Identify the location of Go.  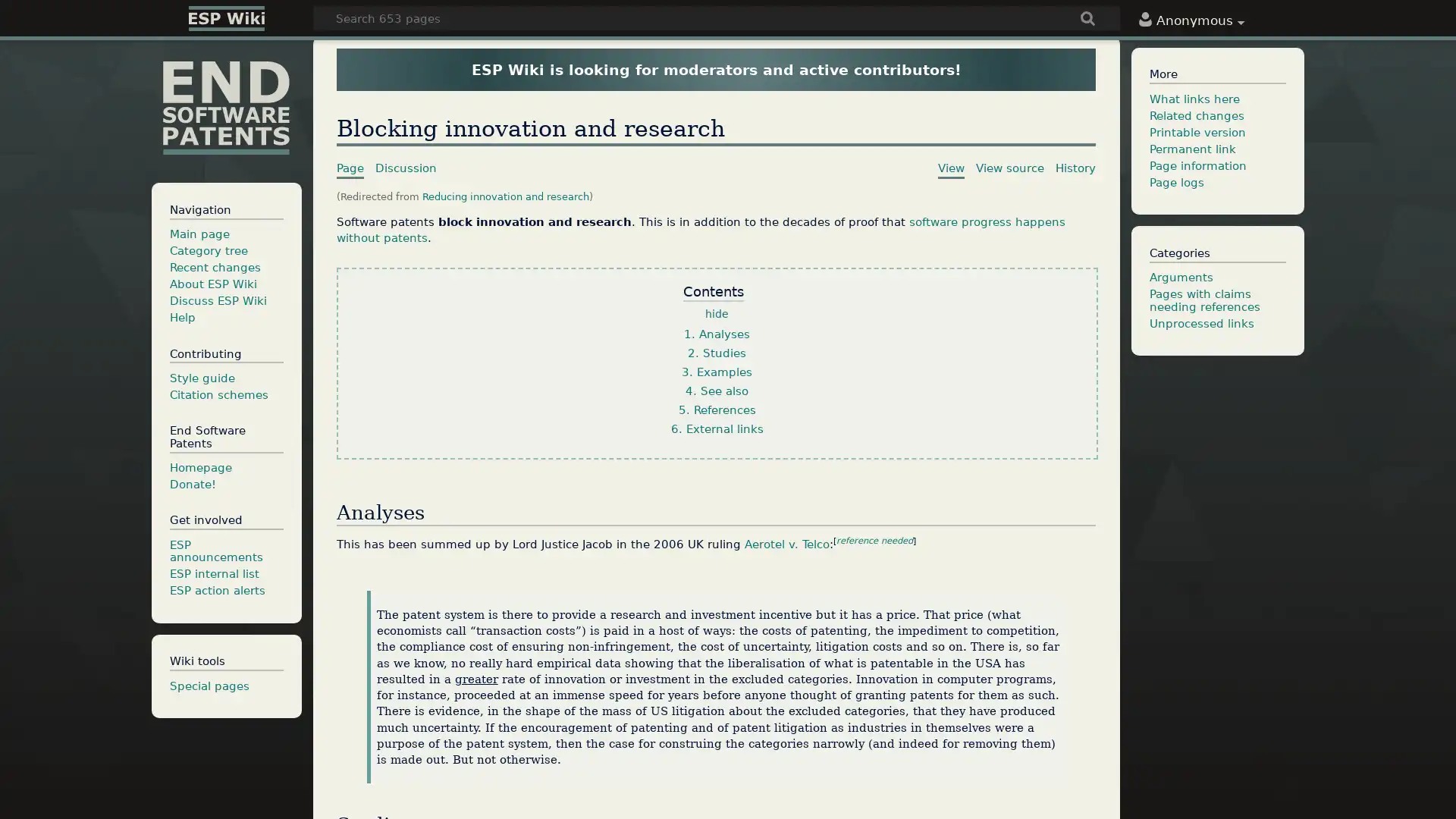
(1087, 20).